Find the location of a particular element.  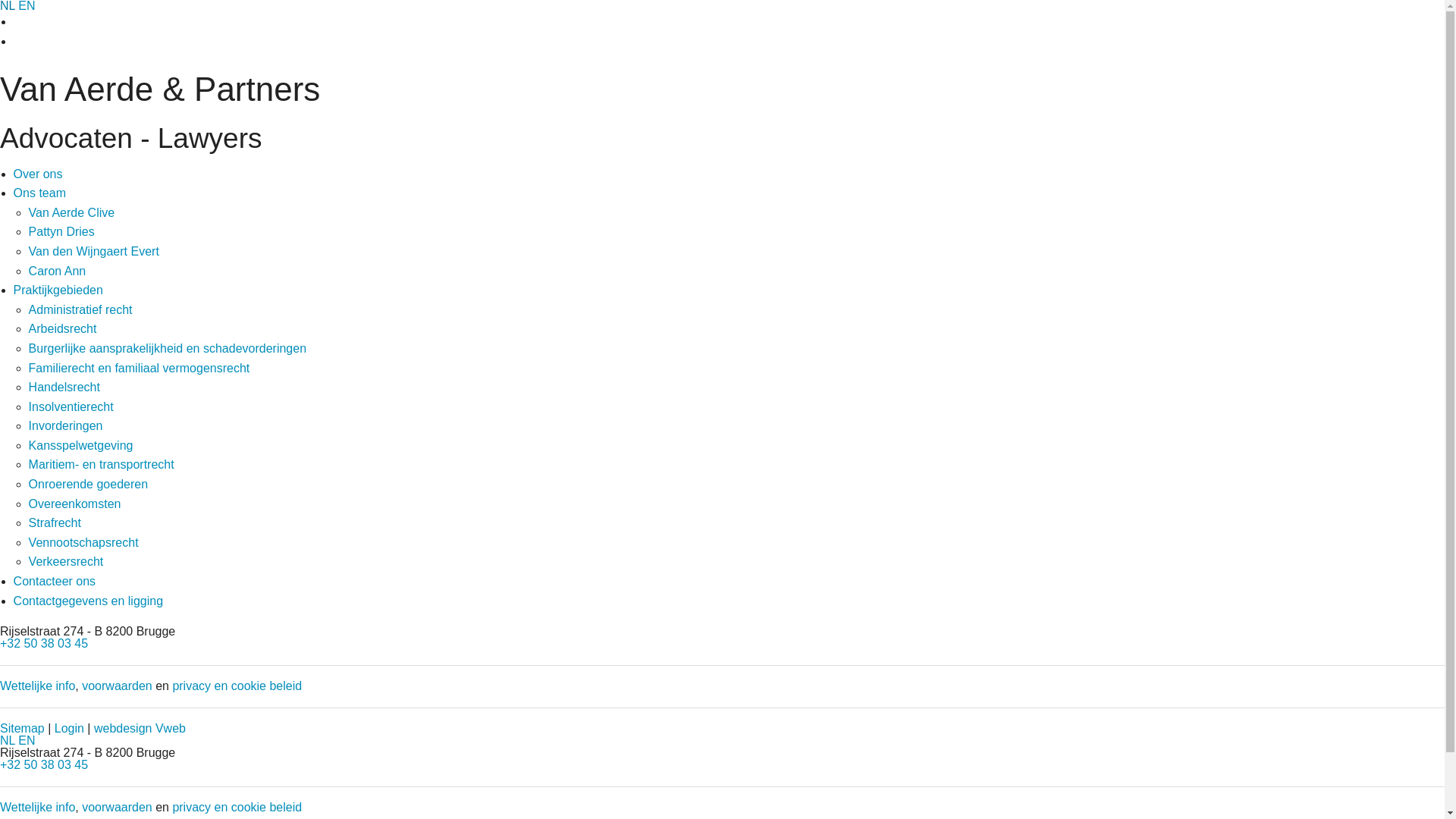

'Onroerende goederen' is located at coordinates (29, 484).